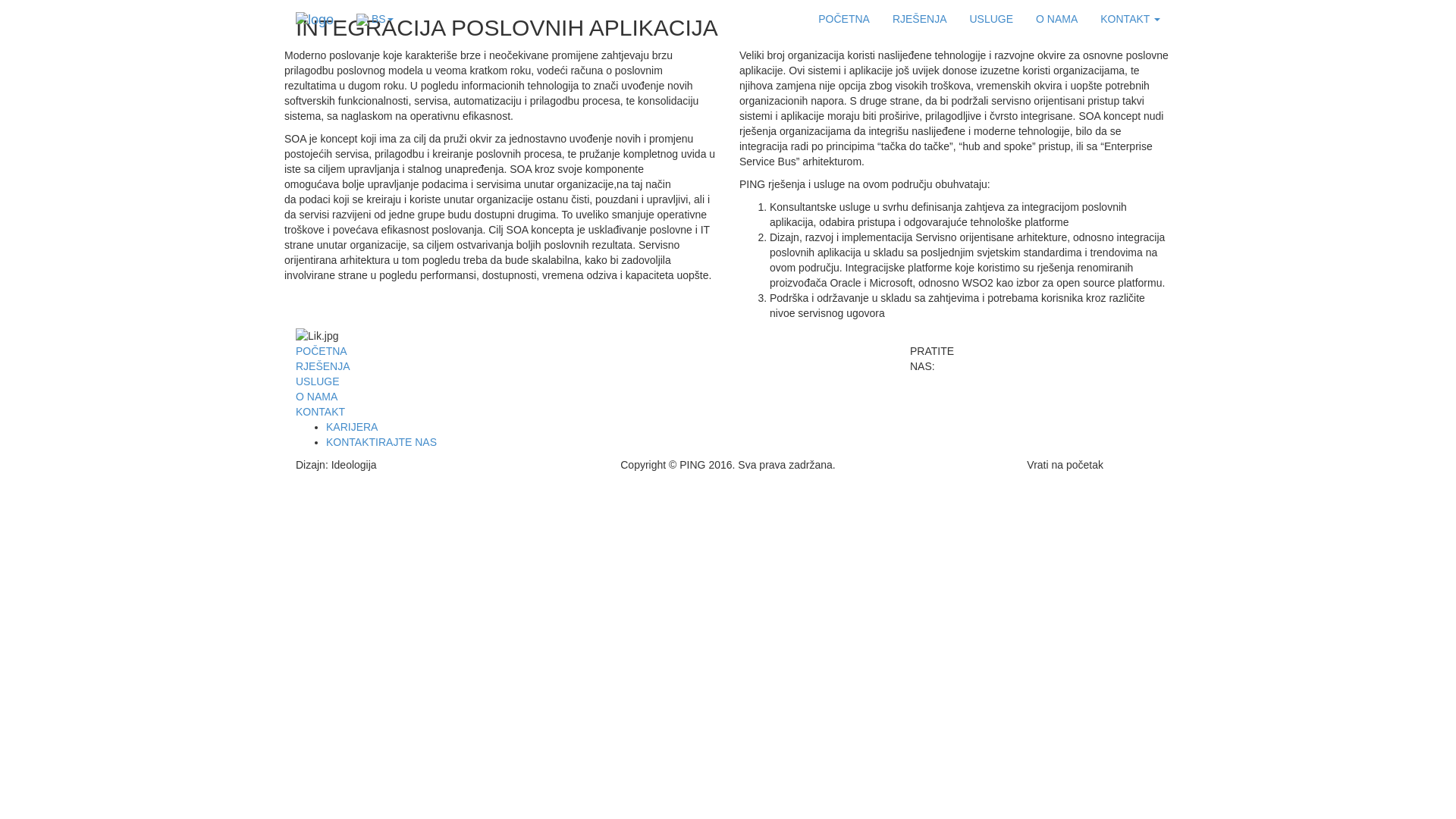 This screenshot has height=819, width=1456. I want to click on 'KONTAKT', so click(319, 412).